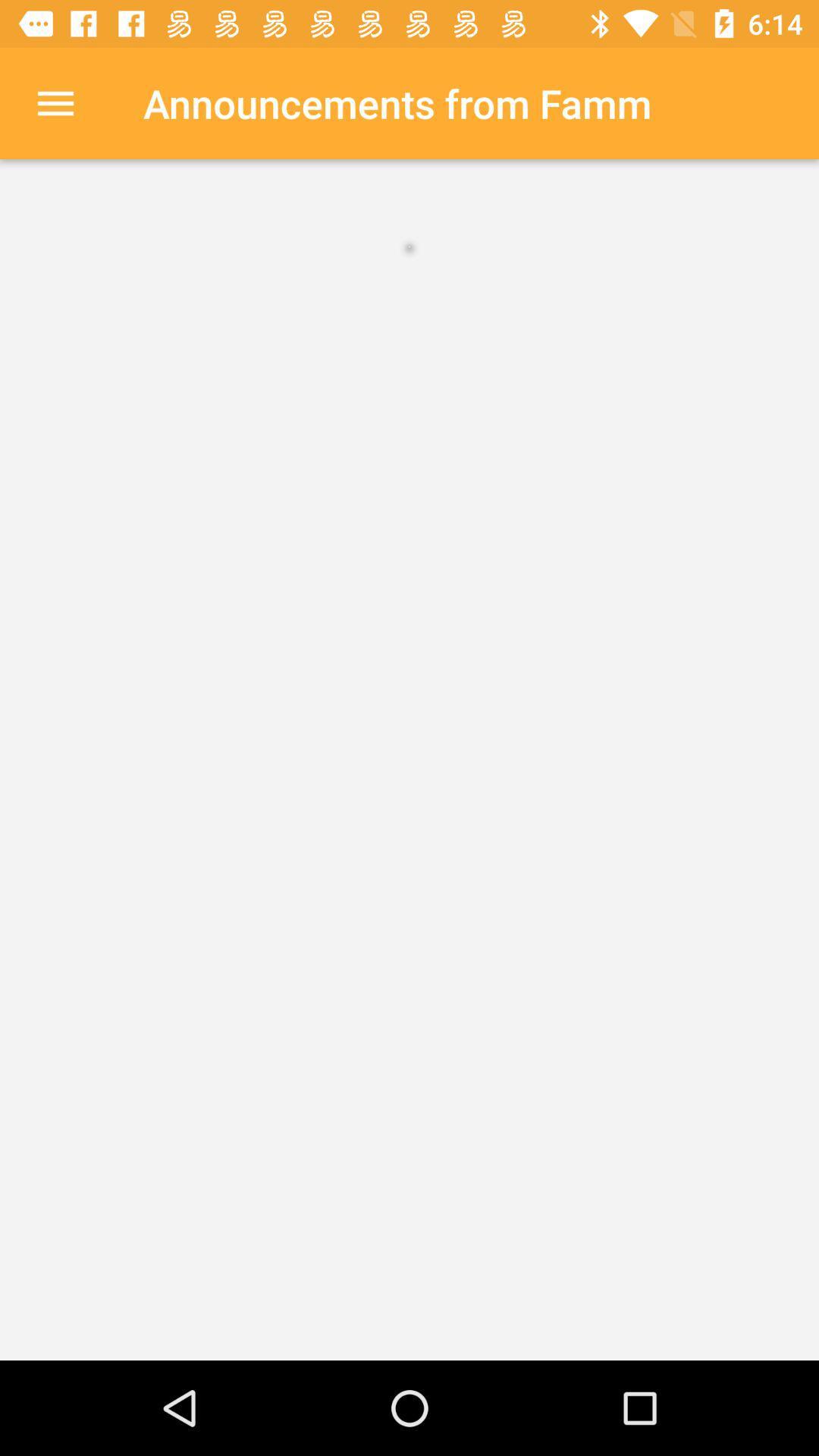 This screenshot has width=819, height=1456. What do you see at coordinates (55, 102) in the screenshot?
I see `icon to the left of the announcements from famm icon` at bounding box center [55, 102].